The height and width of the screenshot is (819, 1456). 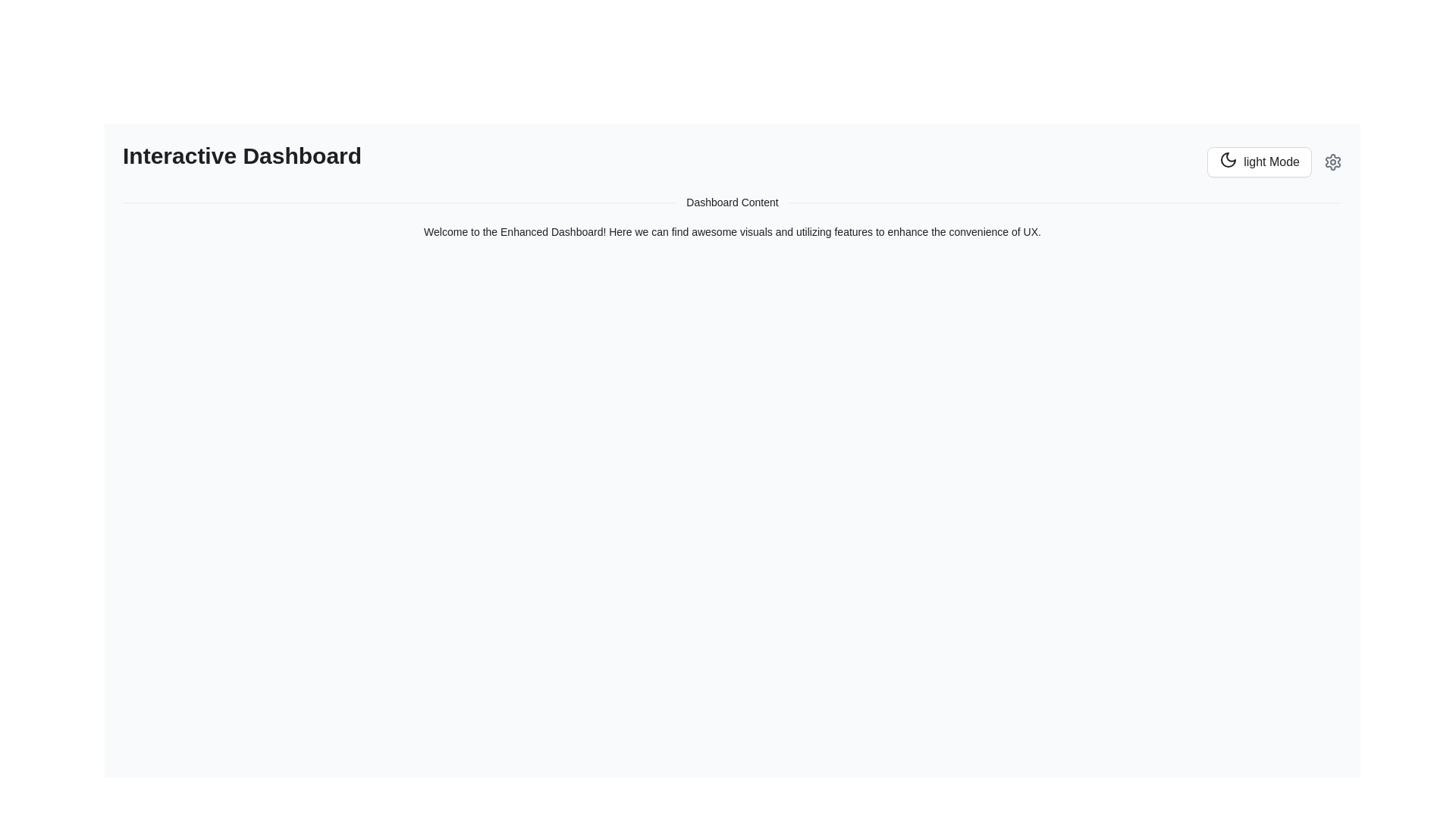 What do you see at coordinates (732, 231) in the screenshot?
I see `the welcome message label that introduces users to the dashboard's features, located centrally within the 'Dashboard Content' section` at bounding box center [732, 231].